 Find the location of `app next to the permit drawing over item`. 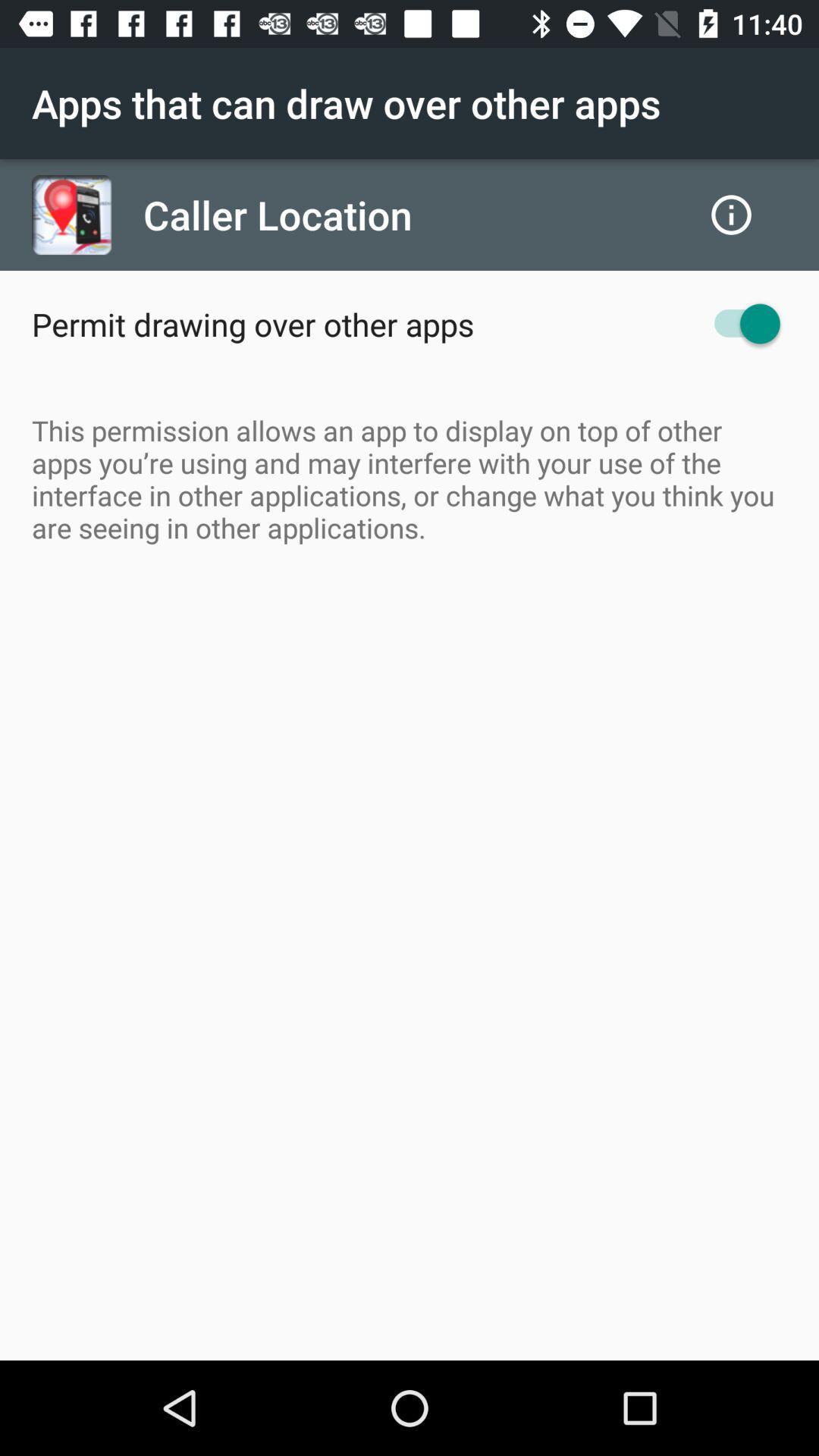

app next to the permit drawing over item is located at coordinates (739, 323).